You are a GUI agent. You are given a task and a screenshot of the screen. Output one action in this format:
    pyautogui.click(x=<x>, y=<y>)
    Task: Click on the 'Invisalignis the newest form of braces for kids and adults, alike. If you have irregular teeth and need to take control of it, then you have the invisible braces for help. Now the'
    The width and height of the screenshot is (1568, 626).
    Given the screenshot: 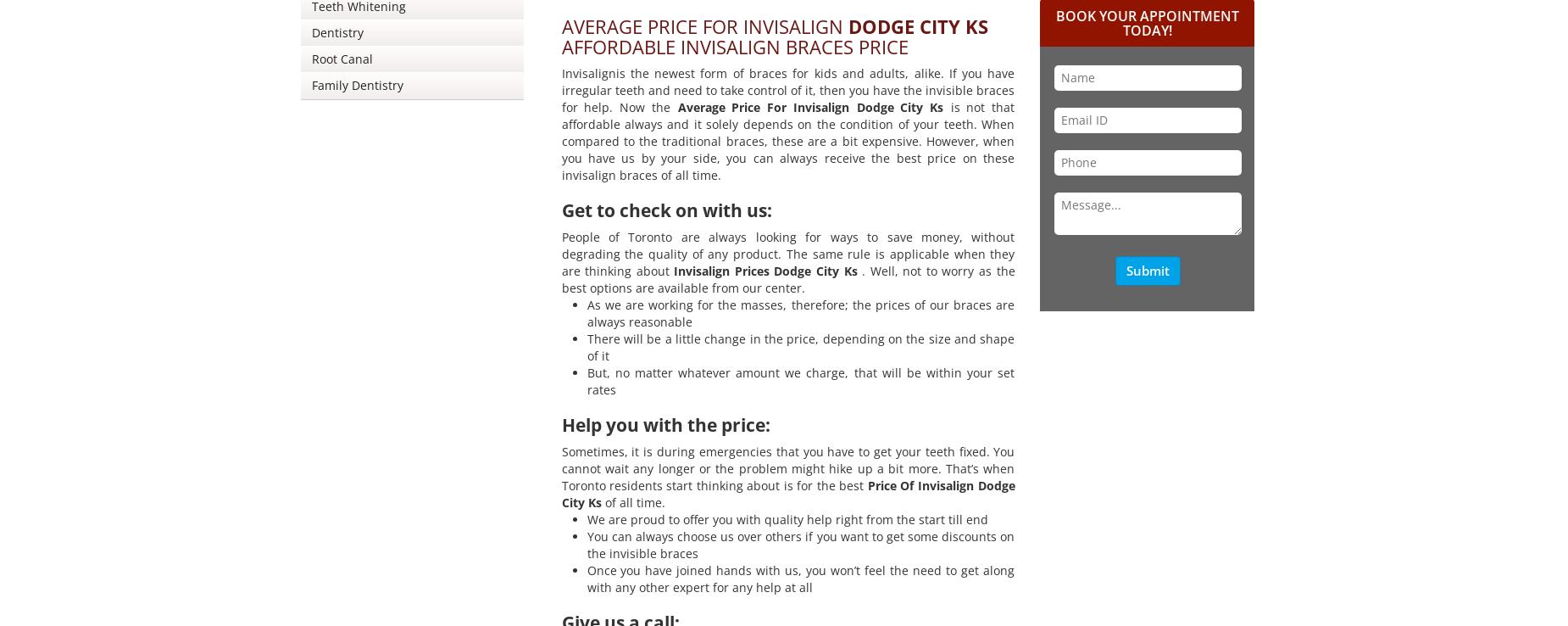 What is the action you would take?
    pyautogui.click(x=787, y=89)
    